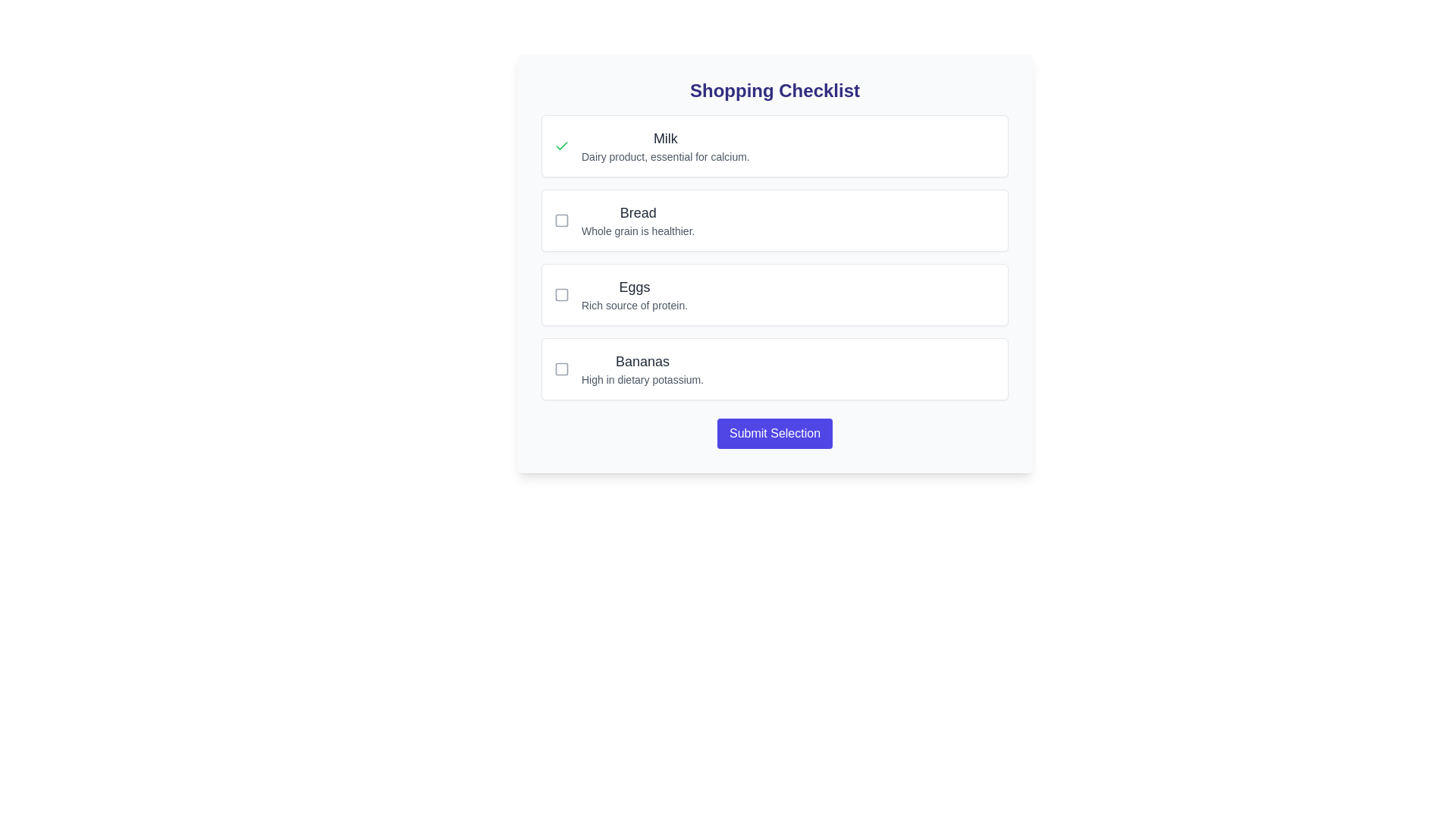 Image resolution: width=1456 pixels, height=819 pixels. Describe the element at coordinates (775, 295) in the screenshot. I see `the 'Eggs' card with checkbox, which is the third item in the checklist` at that location.